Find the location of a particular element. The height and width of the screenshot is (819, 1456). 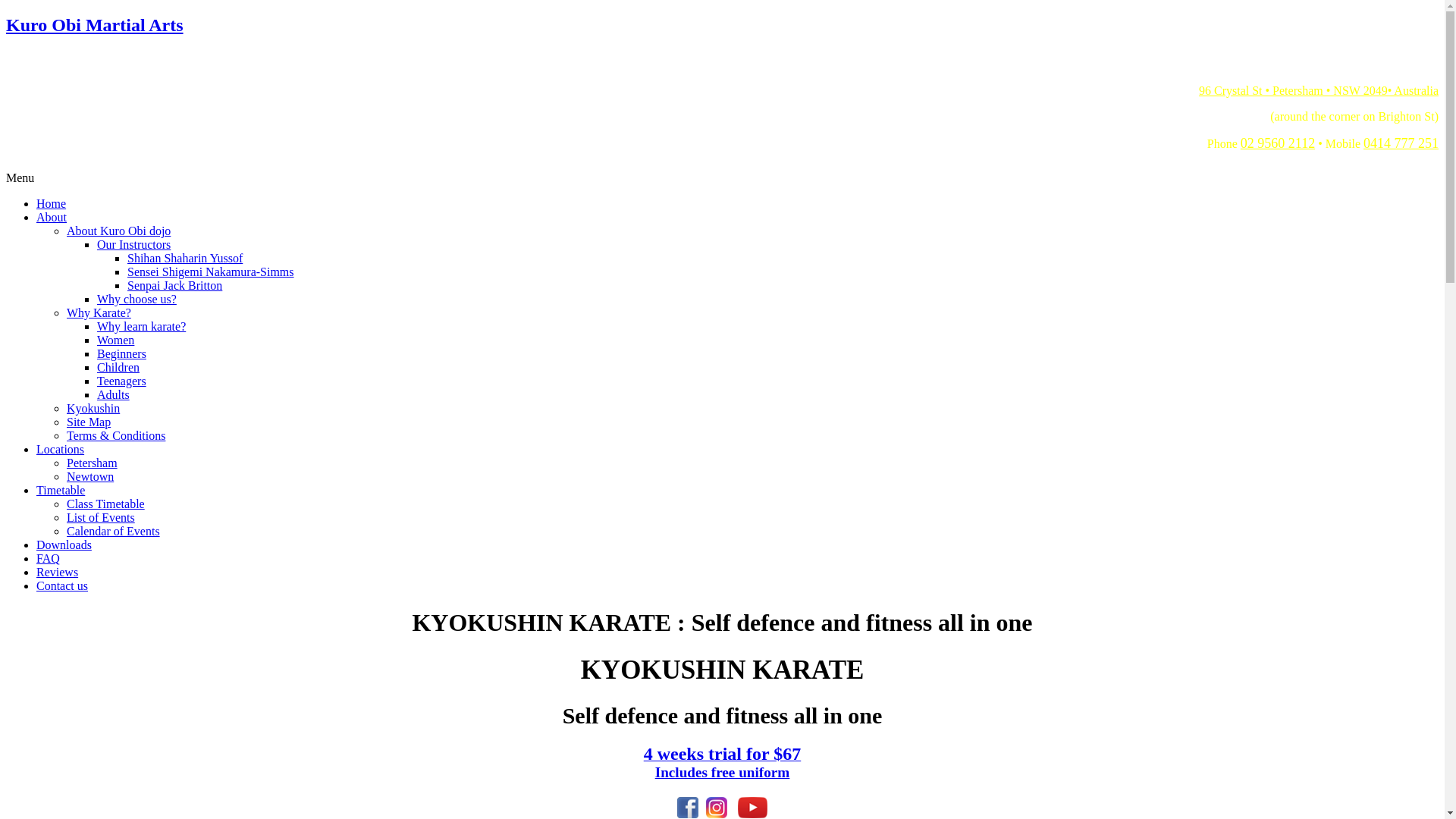

'Home' is located at coordinates (51, 202).